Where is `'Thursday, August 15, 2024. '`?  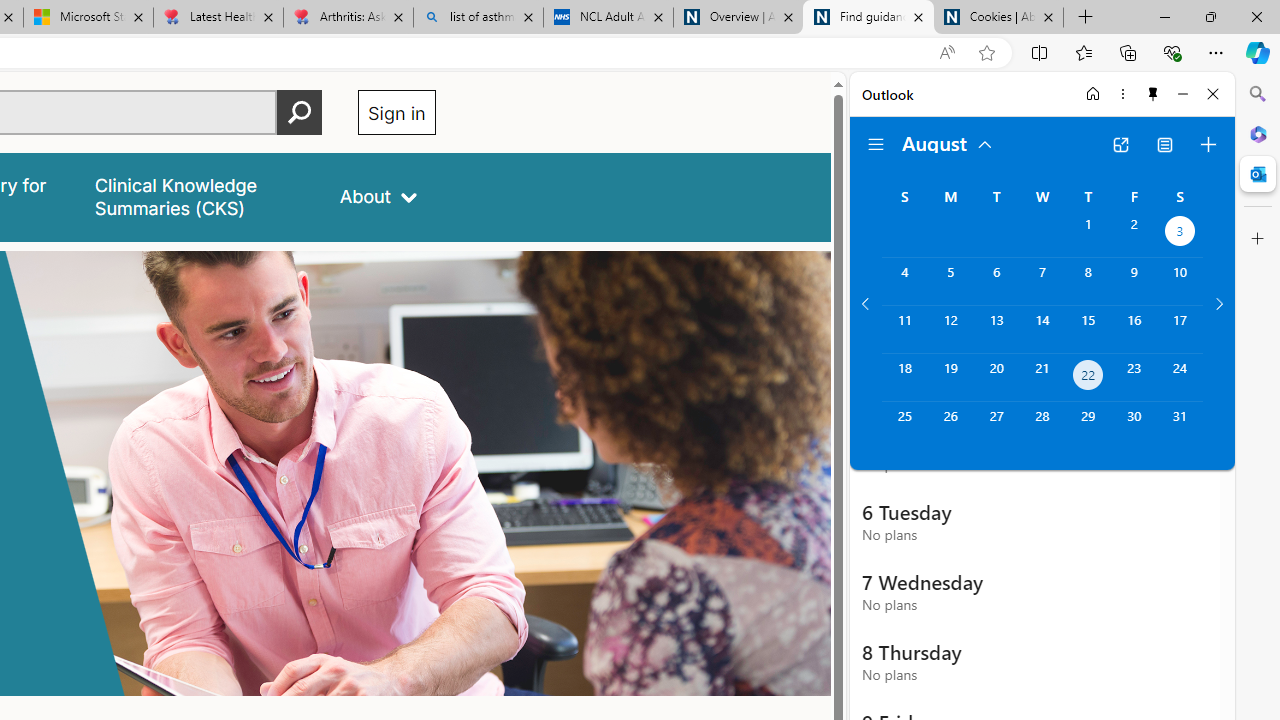 'Thursday, August 15, 2024. ' is located at coordinates (1087, 328).